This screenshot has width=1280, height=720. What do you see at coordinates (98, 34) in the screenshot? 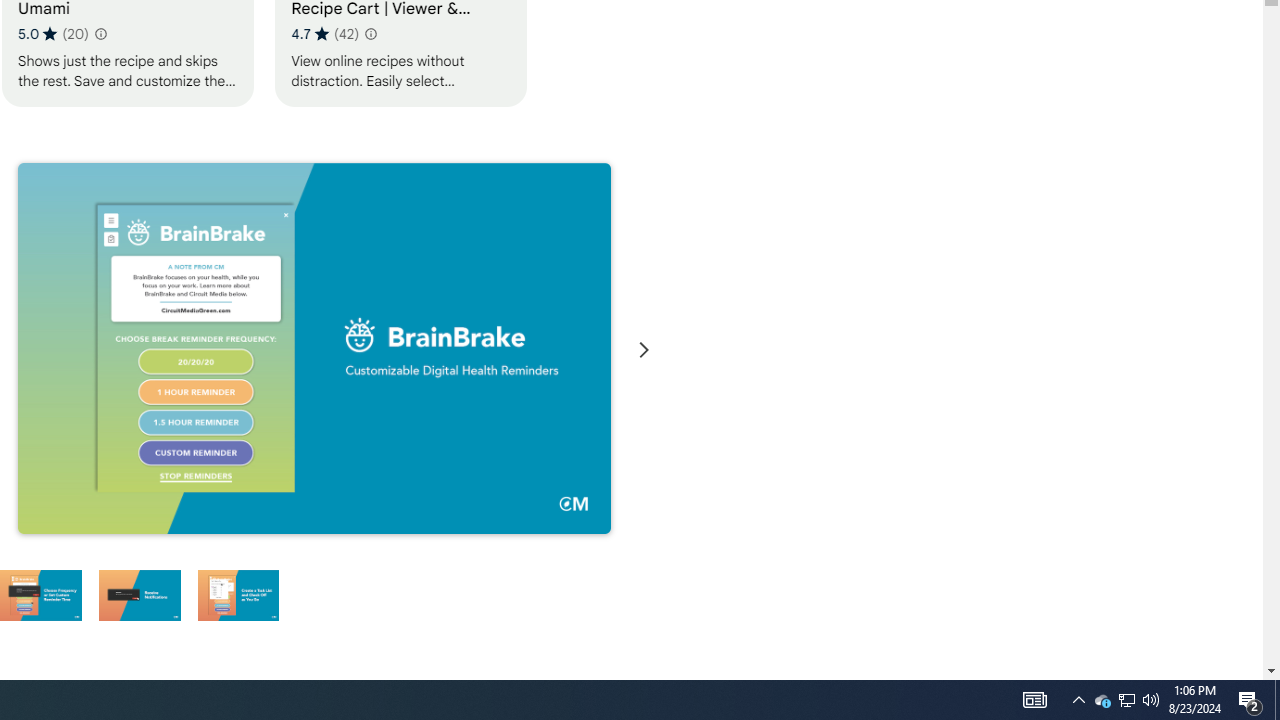
I see `'Learn more about results and reviews "Umami"'` at bounding box center [98, 34].